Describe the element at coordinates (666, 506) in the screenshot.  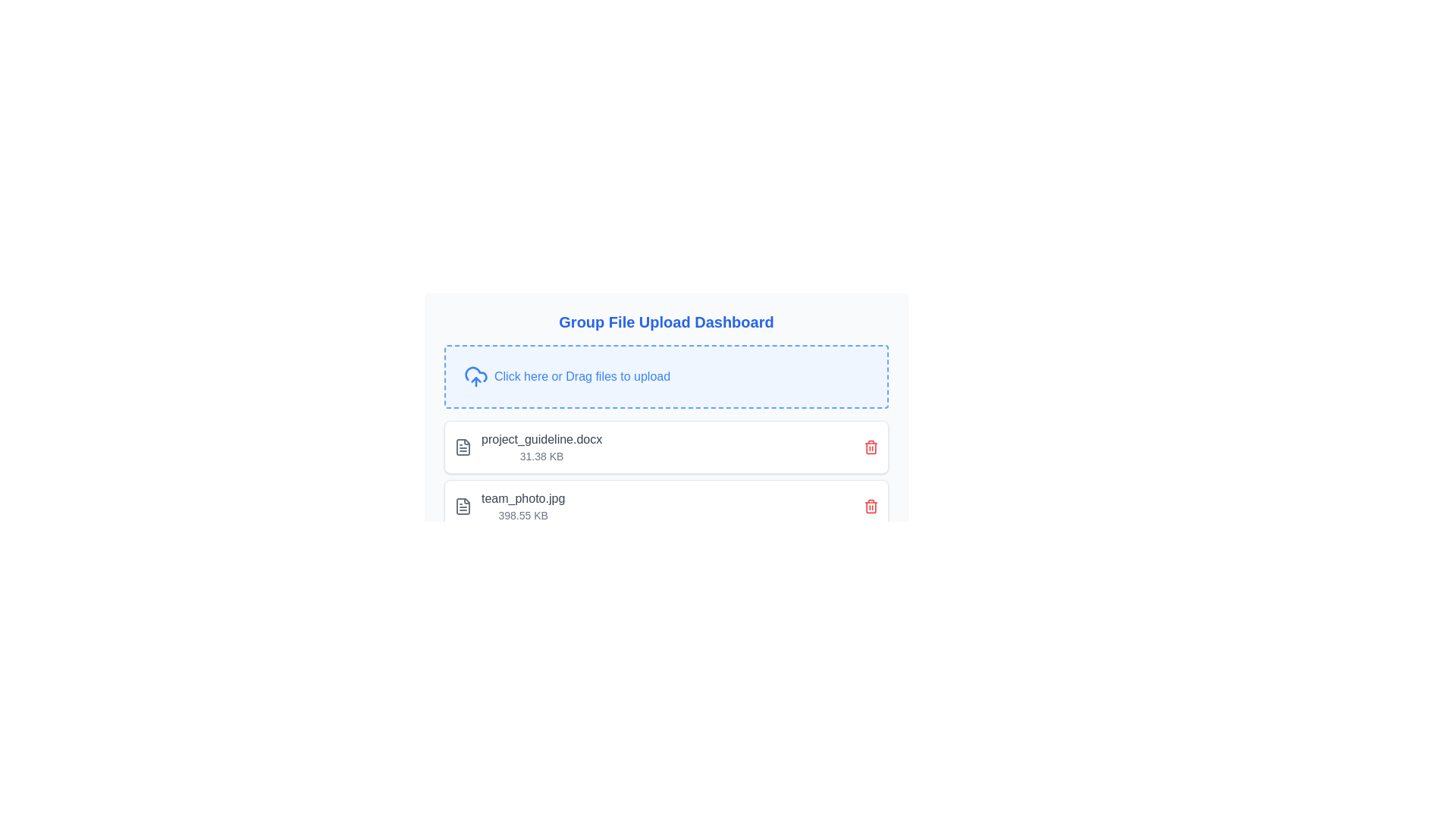
I see `the file entry display for 'team_photo.jpg' which is the second item in the file upload dashboard` at that location.